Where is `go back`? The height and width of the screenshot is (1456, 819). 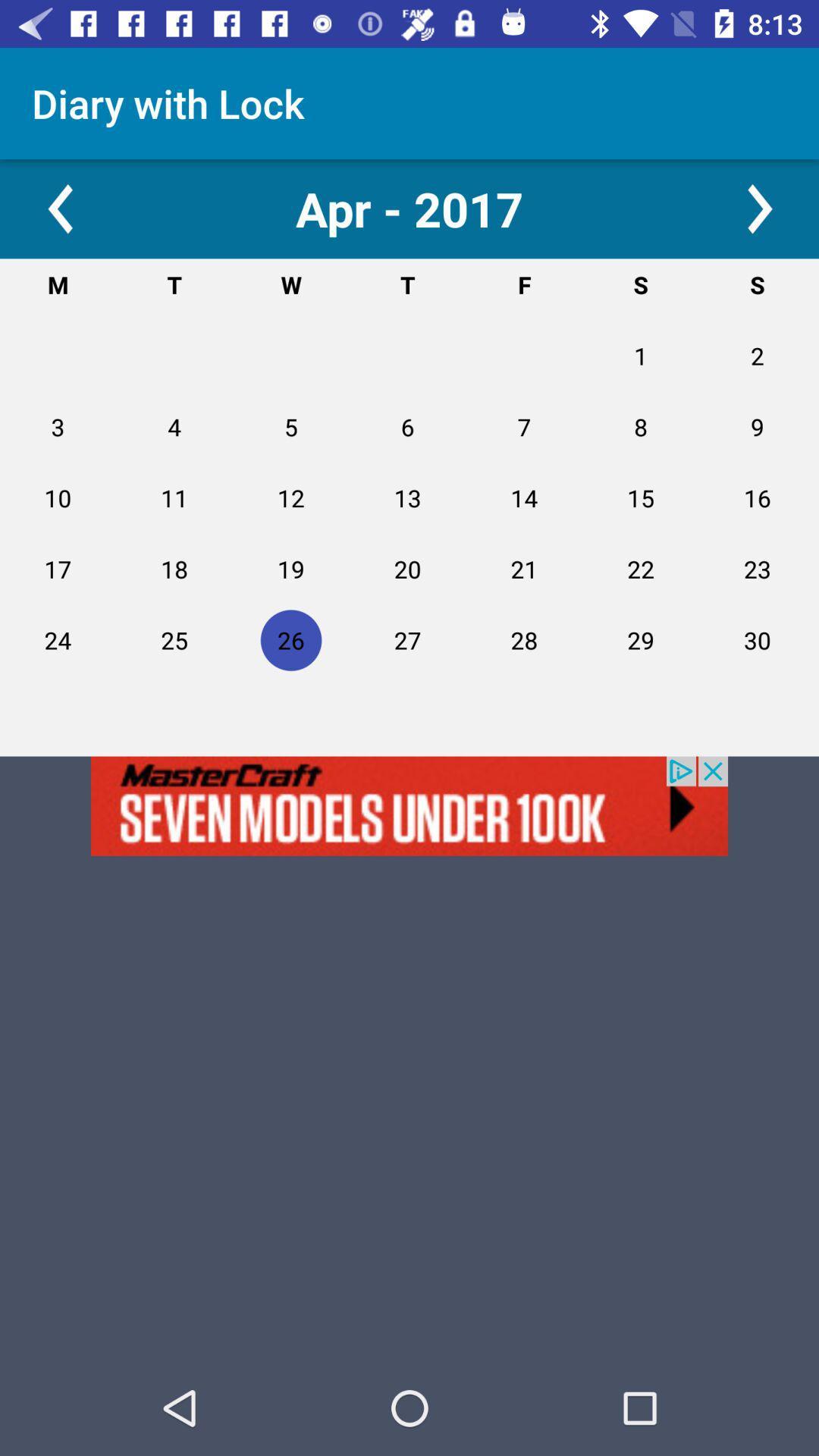 go back is located at coordinates (58, 208).